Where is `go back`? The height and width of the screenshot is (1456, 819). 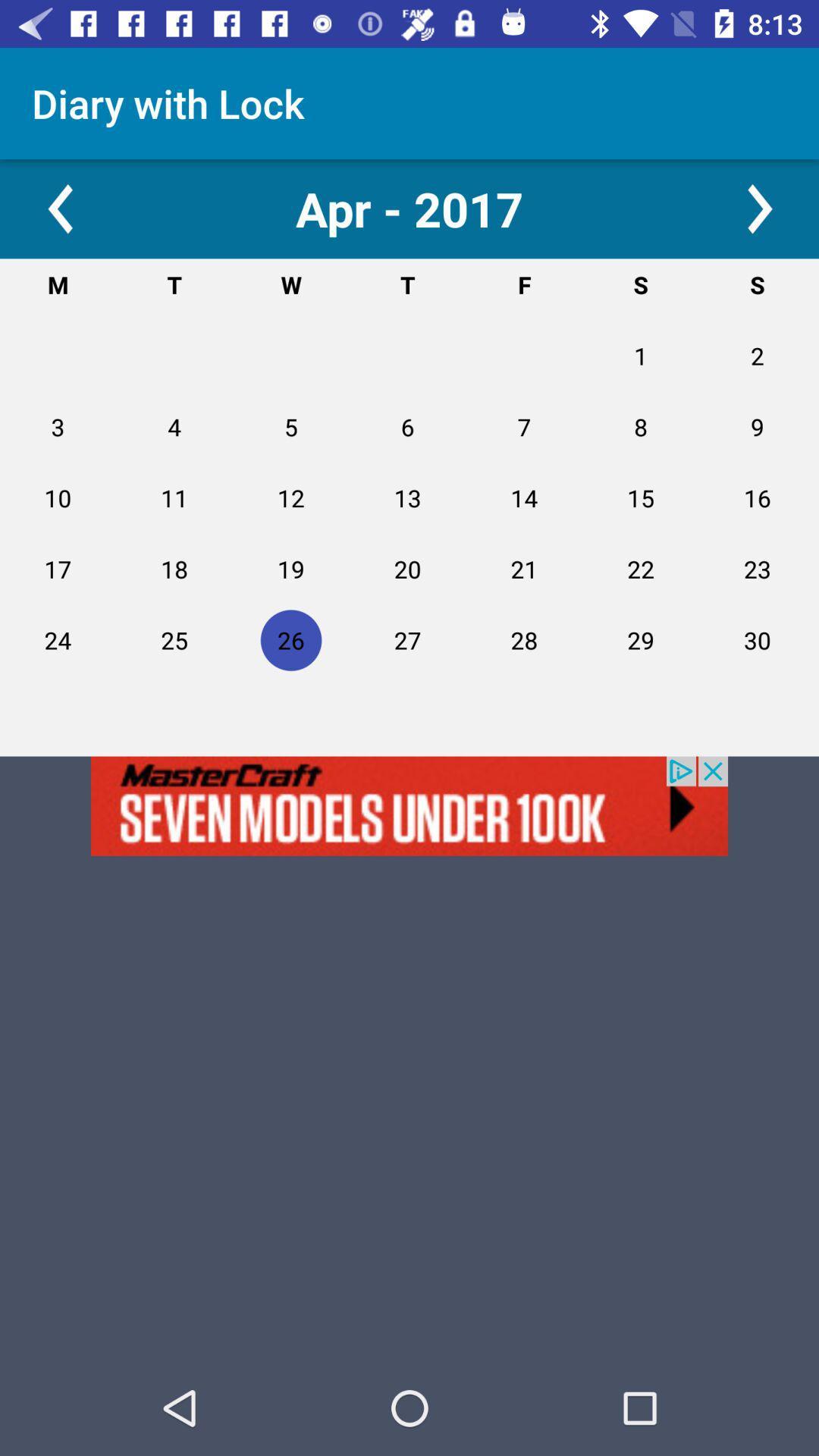 go back is located at coordinates (58, 208).